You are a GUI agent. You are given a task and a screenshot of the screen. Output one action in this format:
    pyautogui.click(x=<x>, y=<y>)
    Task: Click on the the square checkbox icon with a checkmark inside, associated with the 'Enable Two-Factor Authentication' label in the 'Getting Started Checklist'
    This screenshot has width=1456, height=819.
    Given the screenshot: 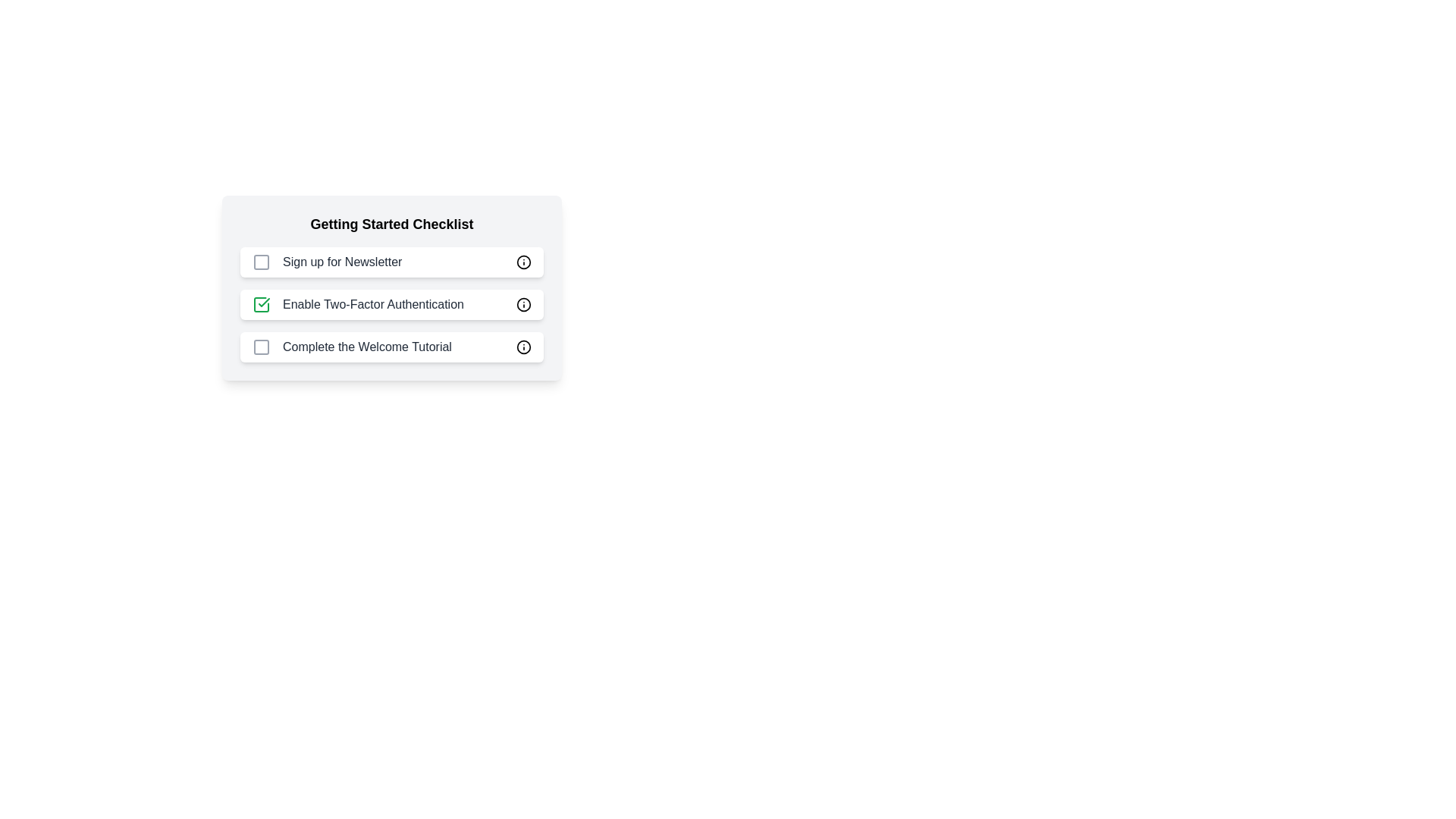 What is the action you would take?
    pyautogui.click(x=262, y=304)
    